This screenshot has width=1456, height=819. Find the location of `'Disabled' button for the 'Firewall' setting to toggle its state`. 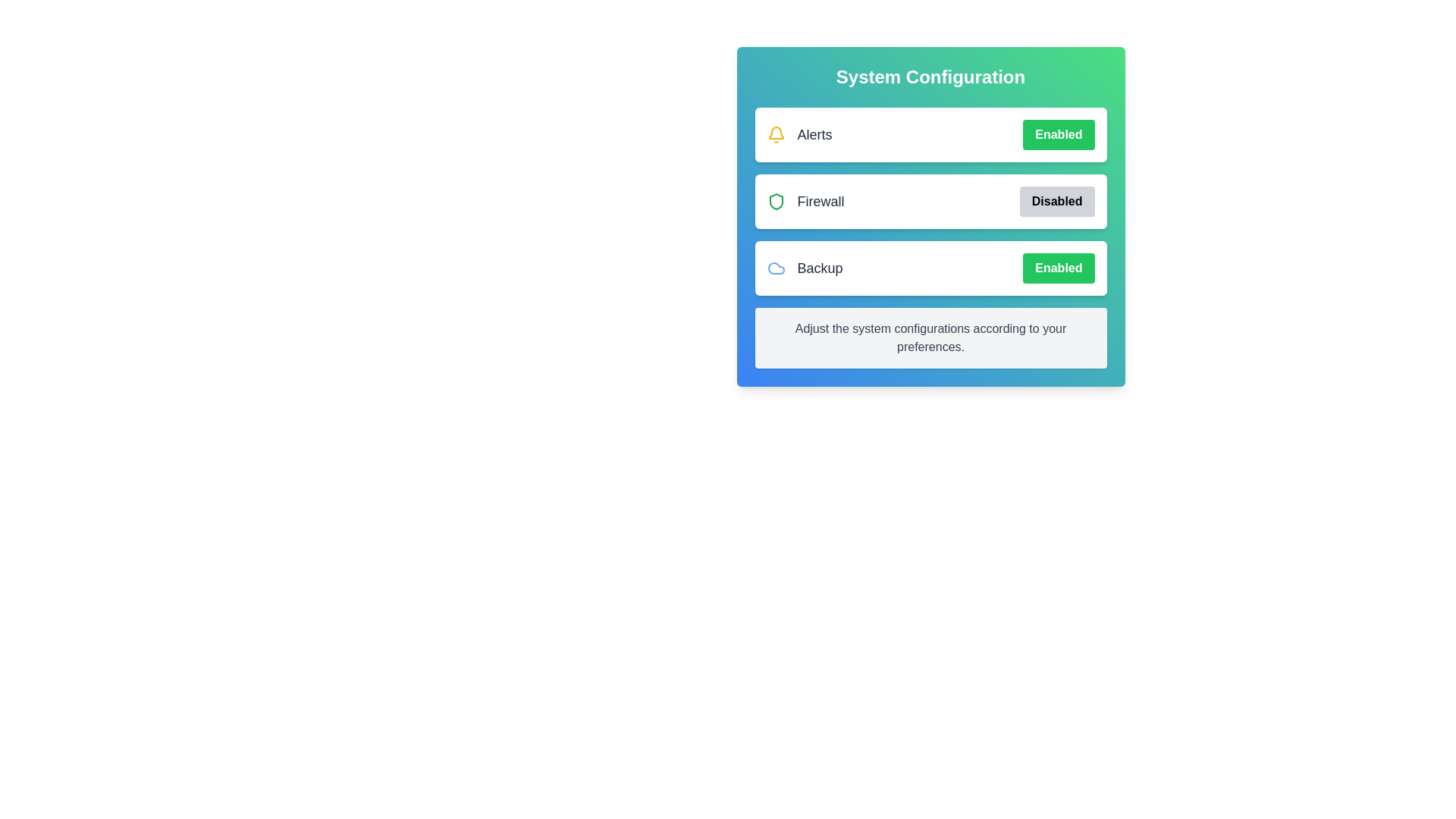

'Disabled' button for the 'Firewall' setting to toggle its state is located at coordinates (1056, 201).